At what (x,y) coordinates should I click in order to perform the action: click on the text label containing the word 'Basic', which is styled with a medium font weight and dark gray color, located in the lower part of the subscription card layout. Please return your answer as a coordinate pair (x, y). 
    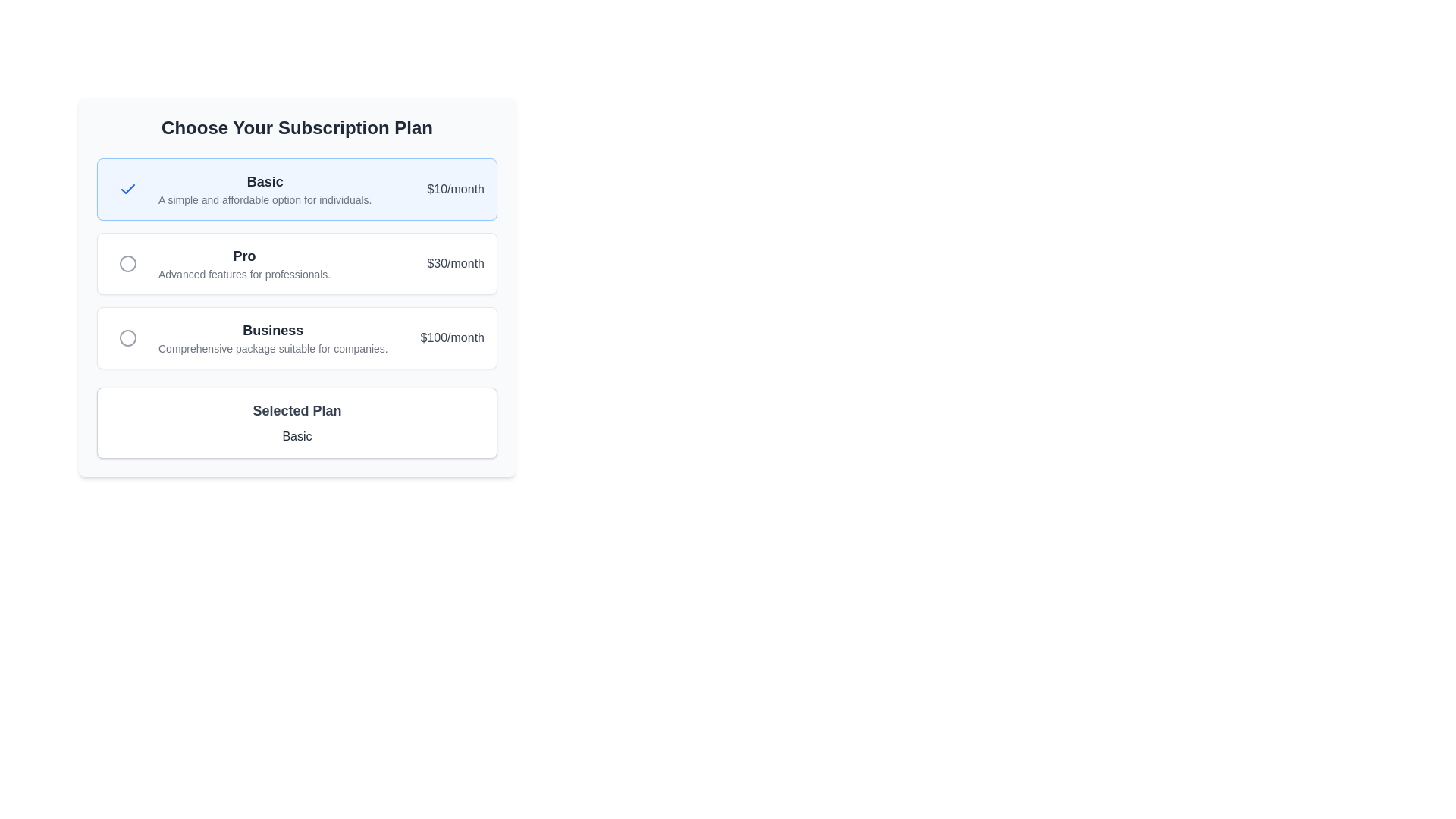
    Looking at the image, I should click on (297, 436).